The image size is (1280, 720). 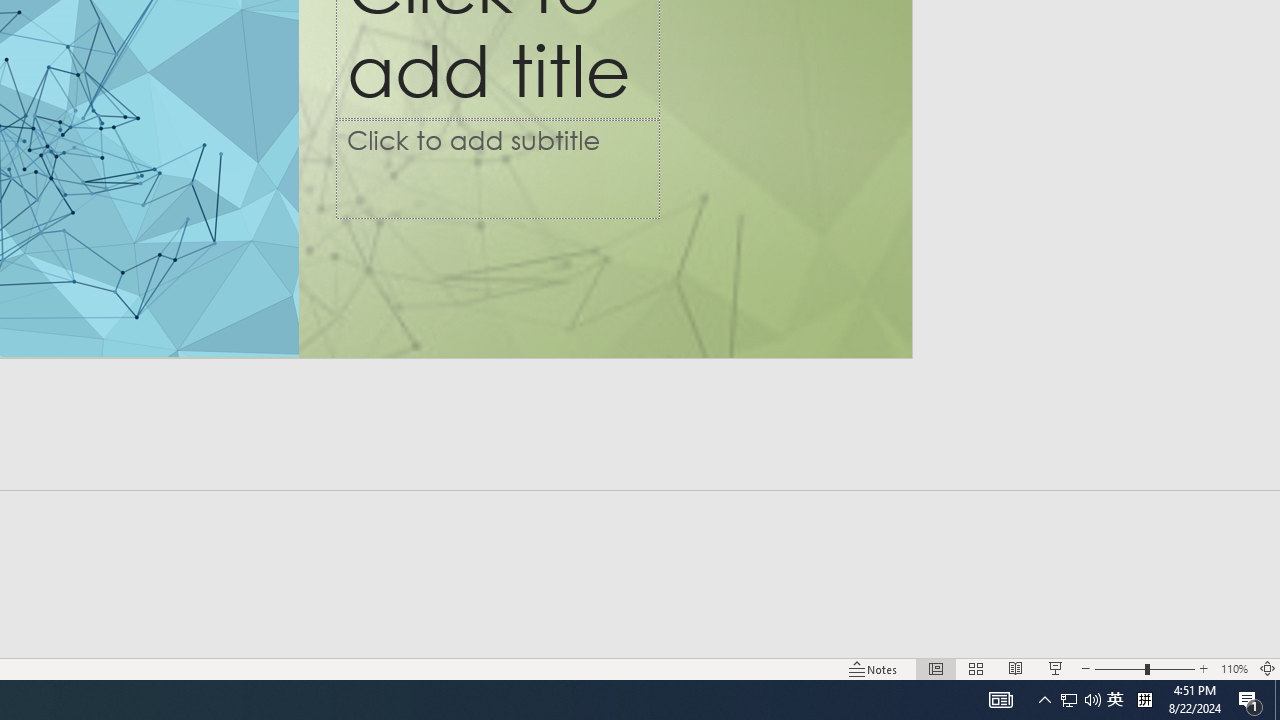 I want to click on 'Reading View', so click(x=1015, y=669).